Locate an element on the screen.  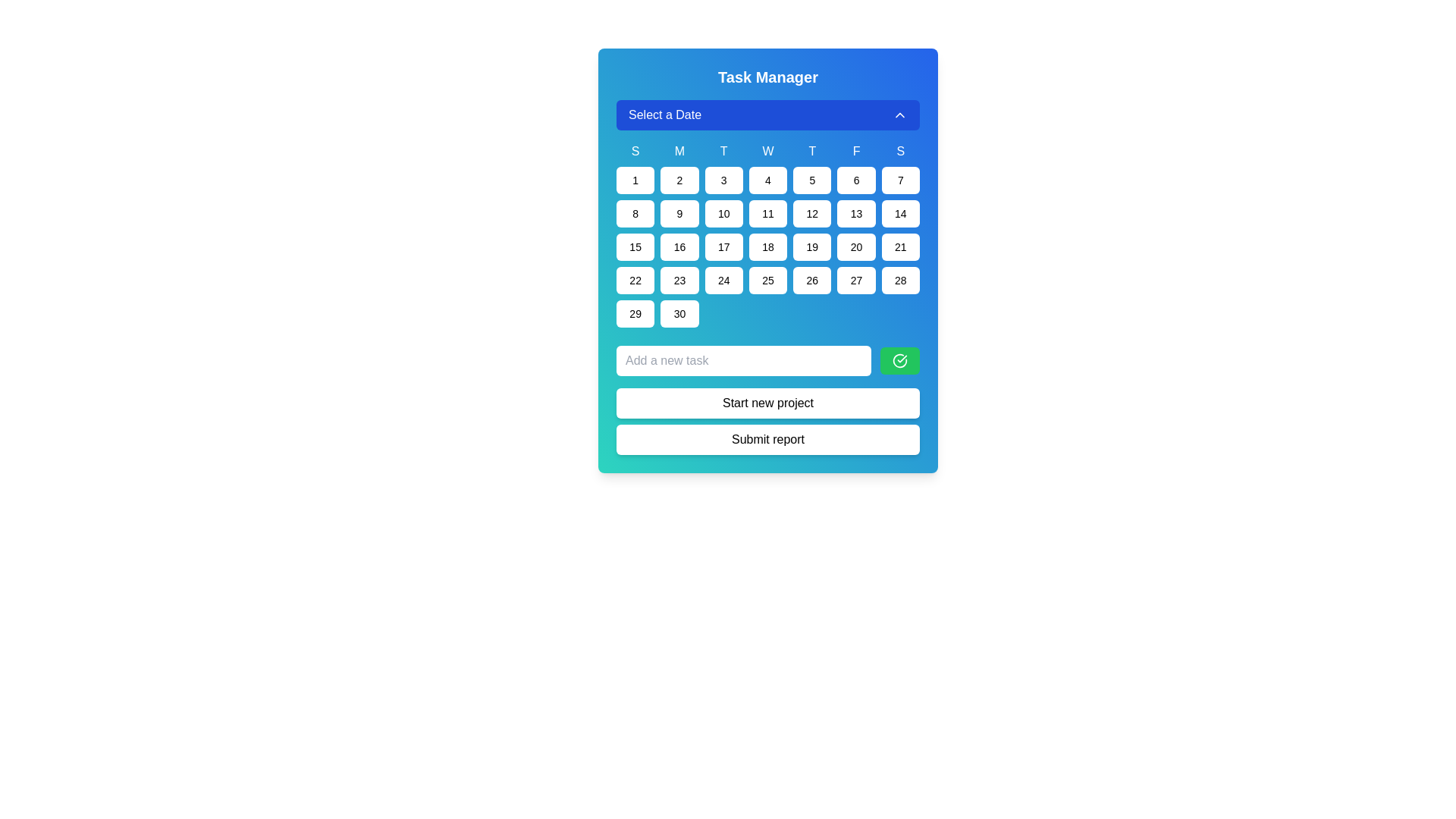
the button representing the selectable date '10' in the calendar interface is located at coordinates (723, 213).